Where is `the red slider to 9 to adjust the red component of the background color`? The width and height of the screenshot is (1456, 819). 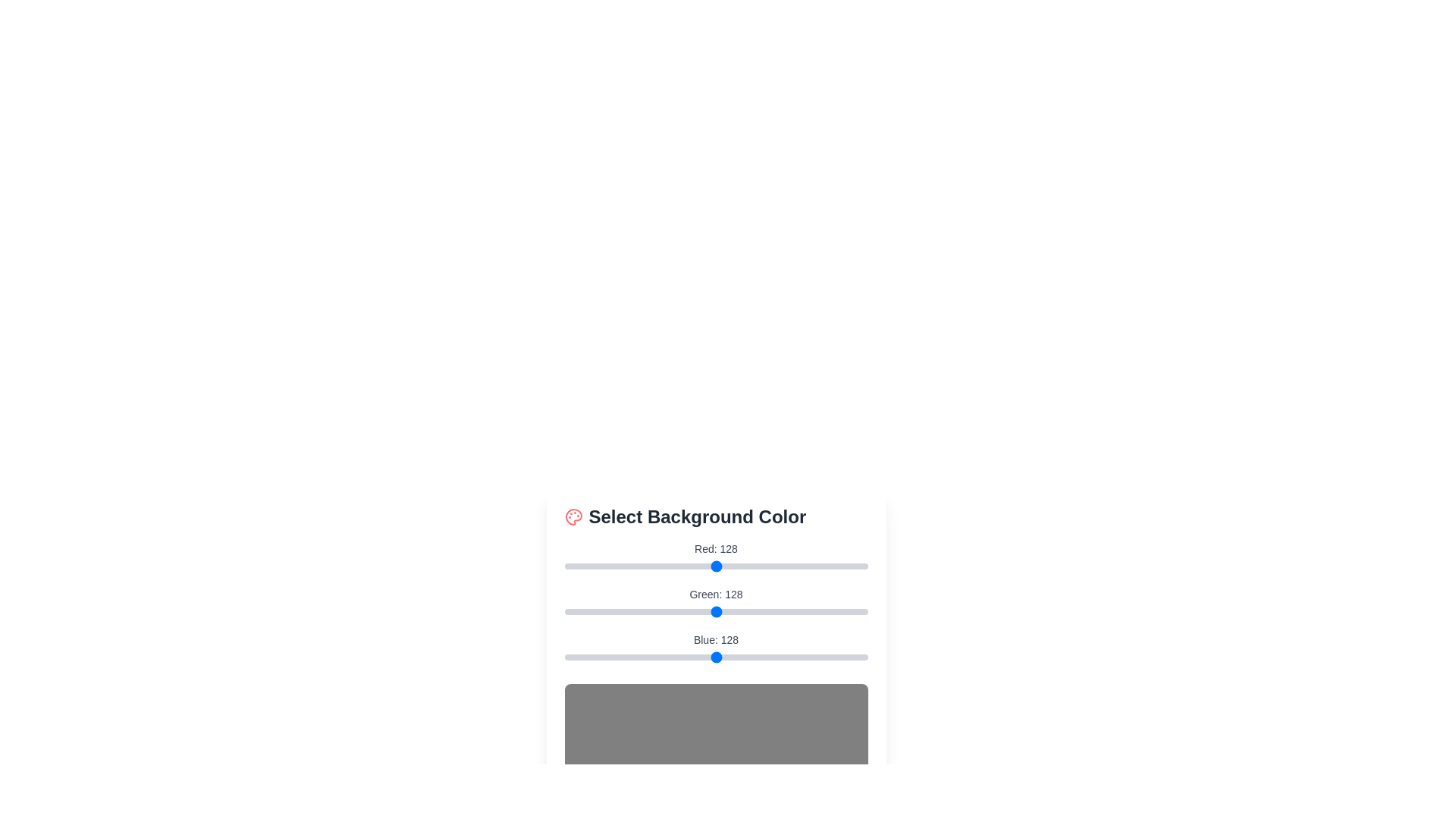
the red slider to 9 to adjust the red component of the background color is located at coordinates (574, 566).